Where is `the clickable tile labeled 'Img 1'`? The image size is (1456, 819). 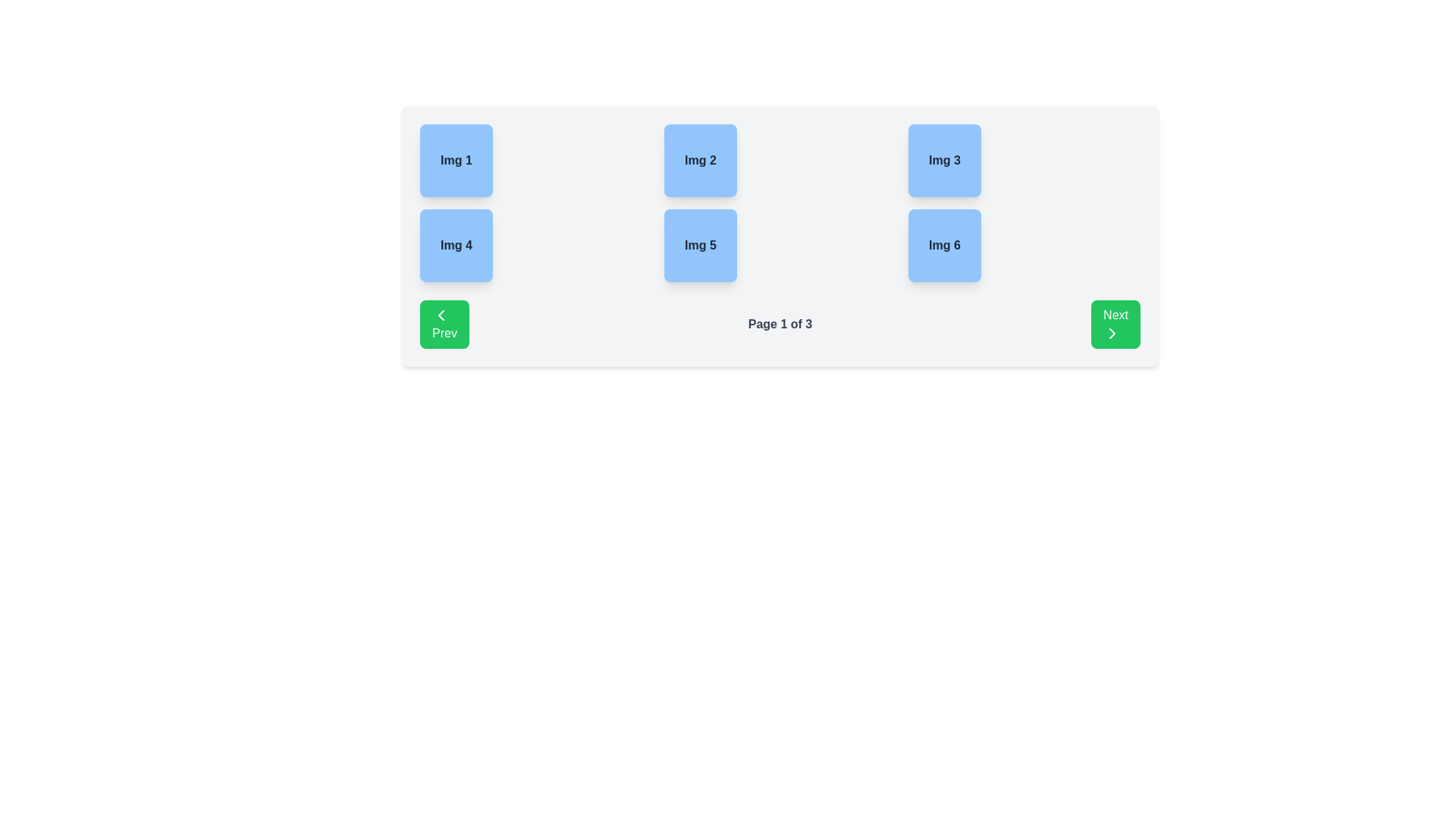 the clickable tile labeled 'Img 1' is located at coordinates (455, 161).